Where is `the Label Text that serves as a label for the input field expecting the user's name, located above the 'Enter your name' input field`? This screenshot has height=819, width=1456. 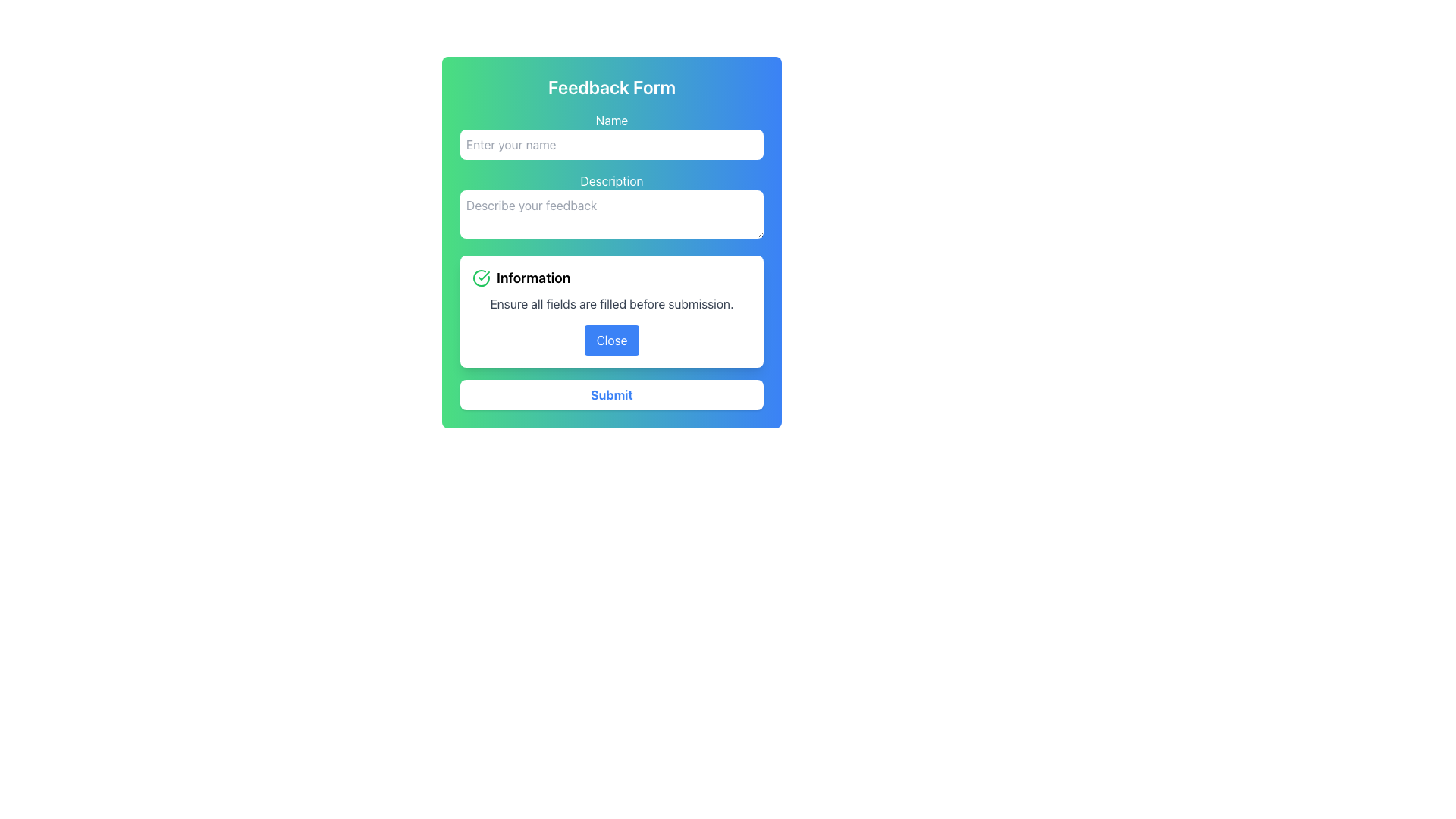
the Label Text that serves as a label for the input field expecting the user's name, located above the 'Enter your name' input field is located at coordinates (611, 119).